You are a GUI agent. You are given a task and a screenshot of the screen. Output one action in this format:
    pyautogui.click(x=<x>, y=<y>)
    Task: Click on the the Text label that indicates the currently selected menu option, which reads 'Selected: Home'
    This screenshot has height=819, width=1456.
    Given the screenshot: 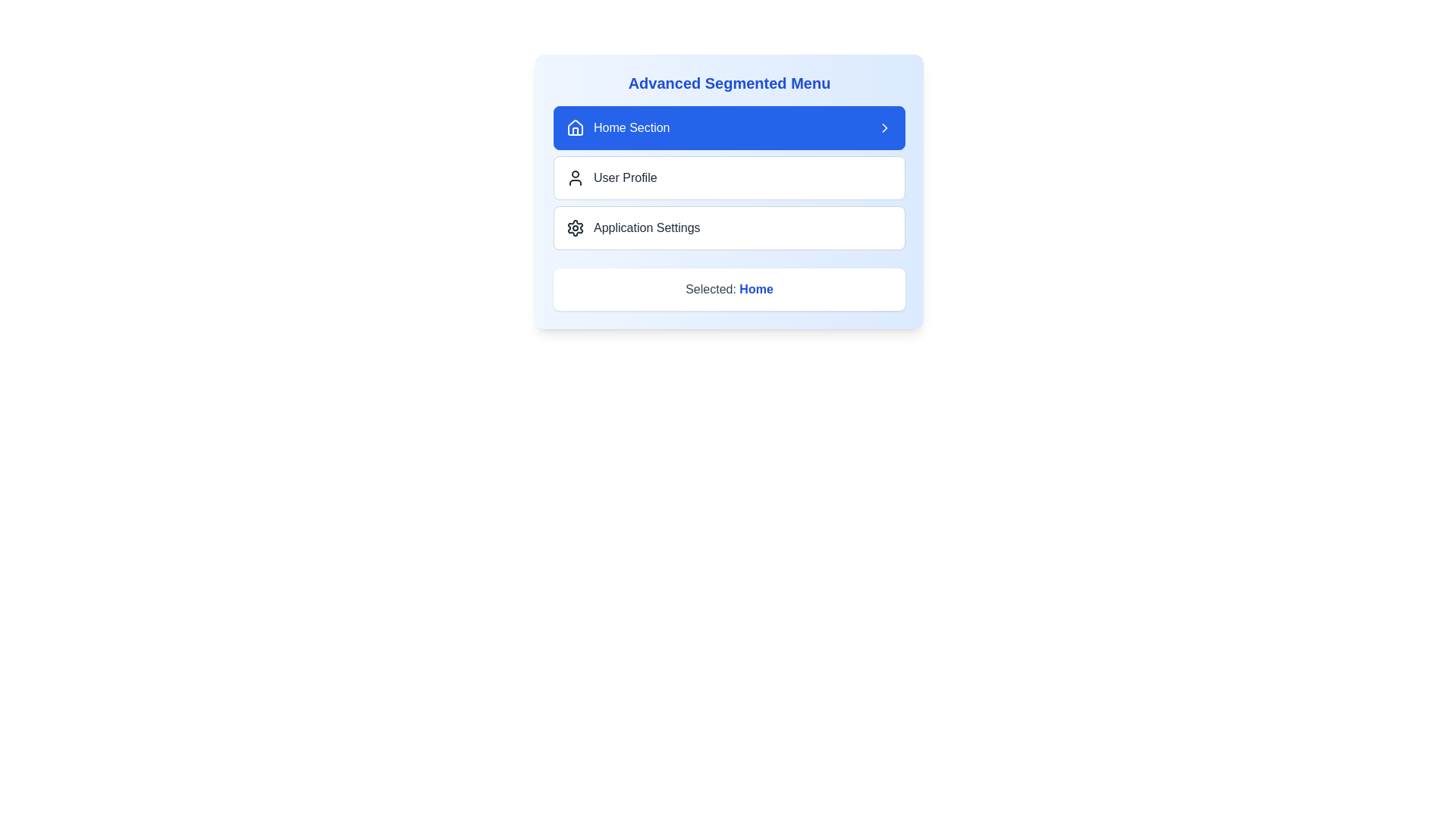 What is the action you would take?
    pyautogui.click(x=756, y=289)
    